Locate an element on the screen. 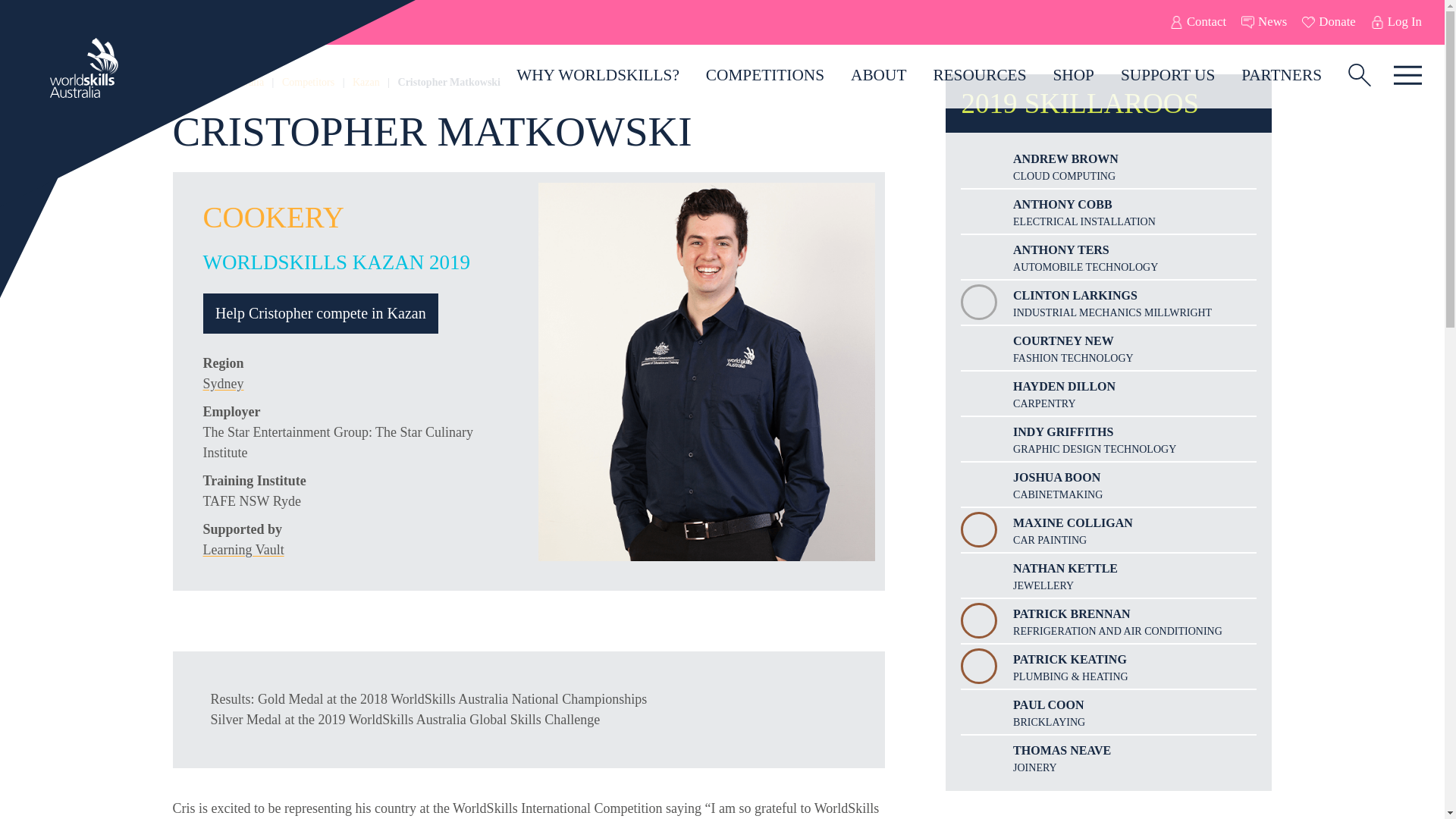 The image size is (1456, 819). 'Help Cristopher compete in Kazan' is located at coordinates (320, 312).